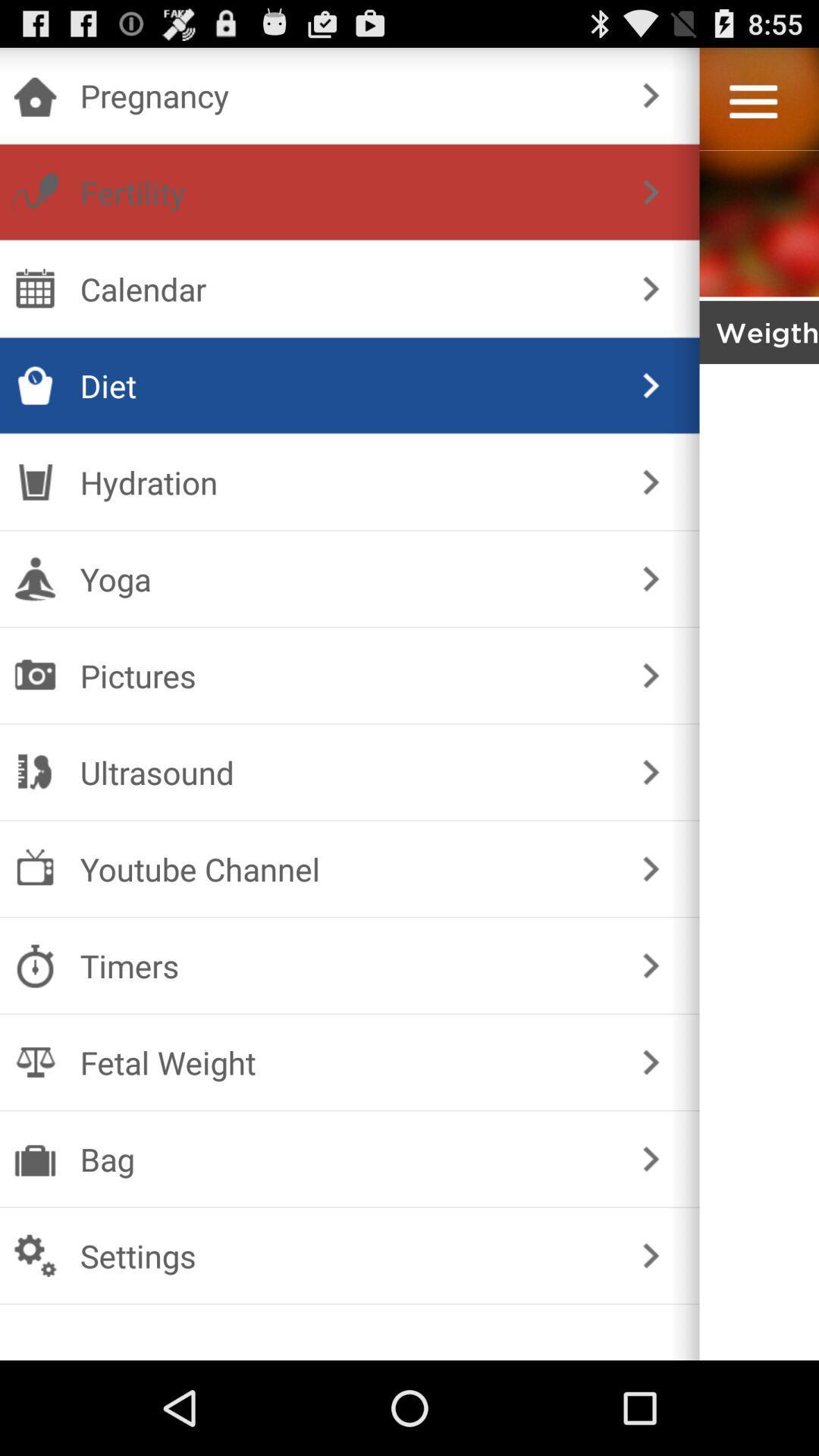 The height and width of the screenshot is (1456, 819). I want to click on hide menu, so click(759, 808).